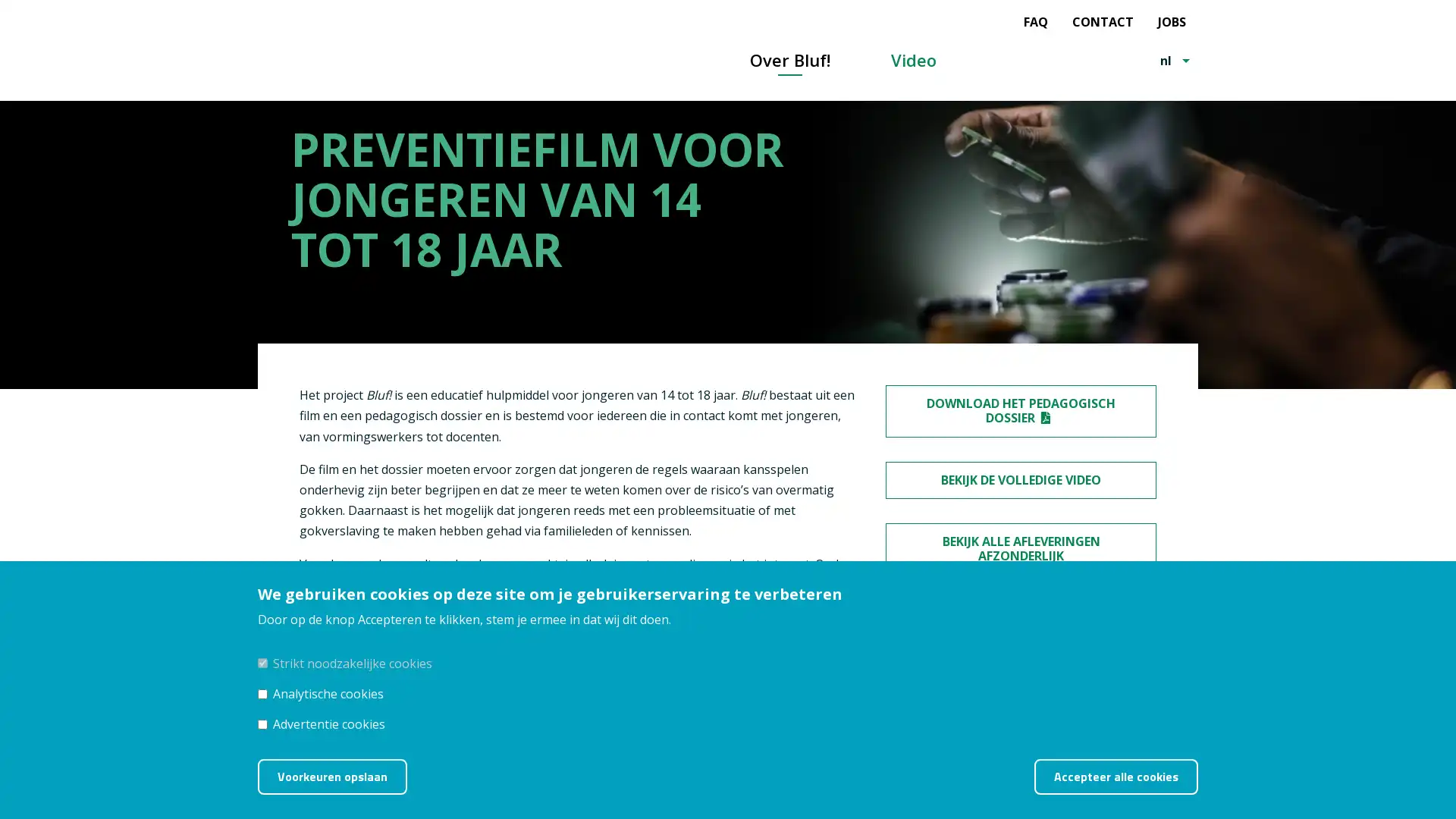  Describe the element at coordinates (1218, 766) in the screenshot. I see `Toestemming intrekken` at that location.